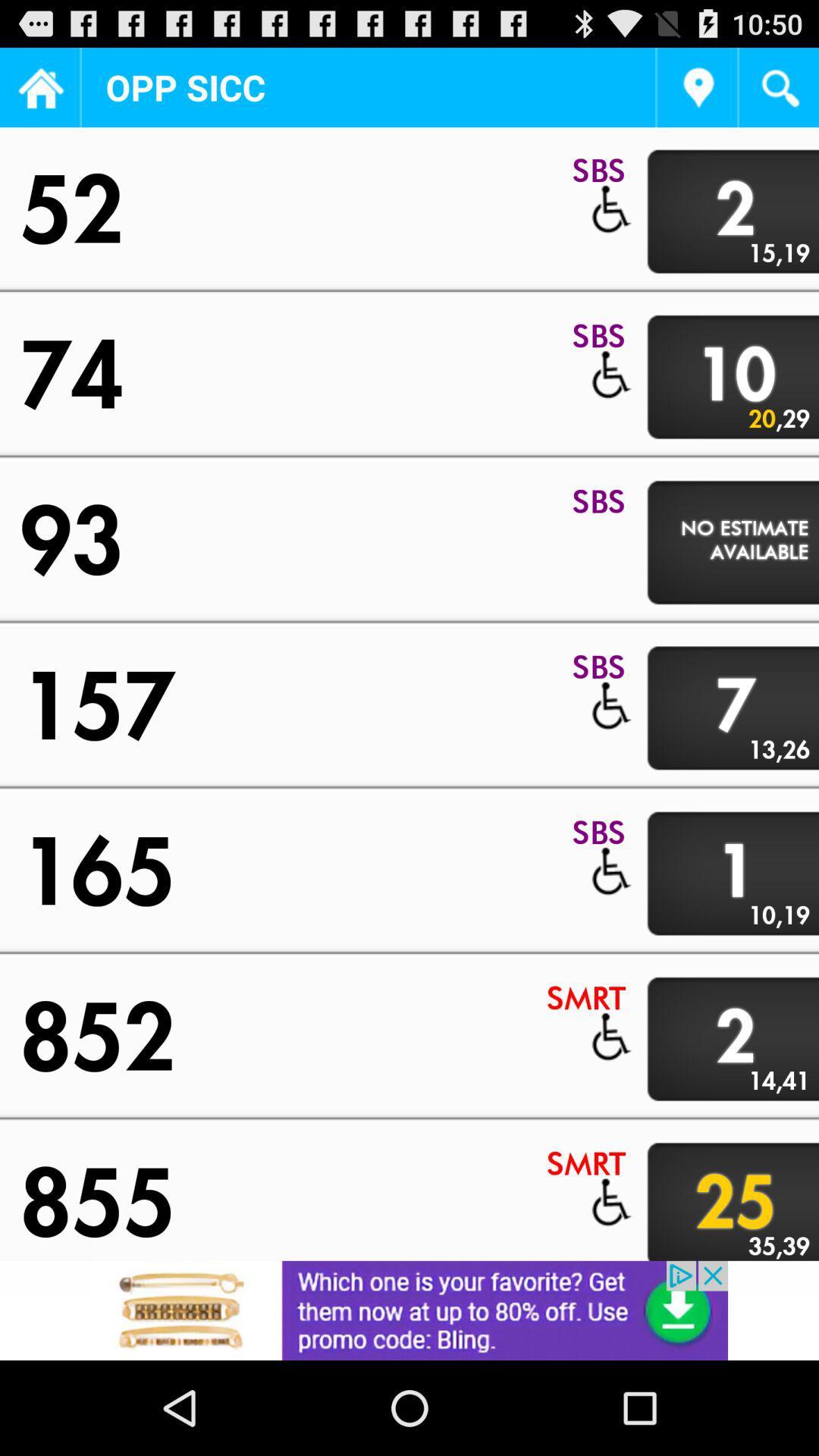  What do you see at coordinates (39, 93) in the screenshot?
I see `the home icon` at bounding box center [39, 93].